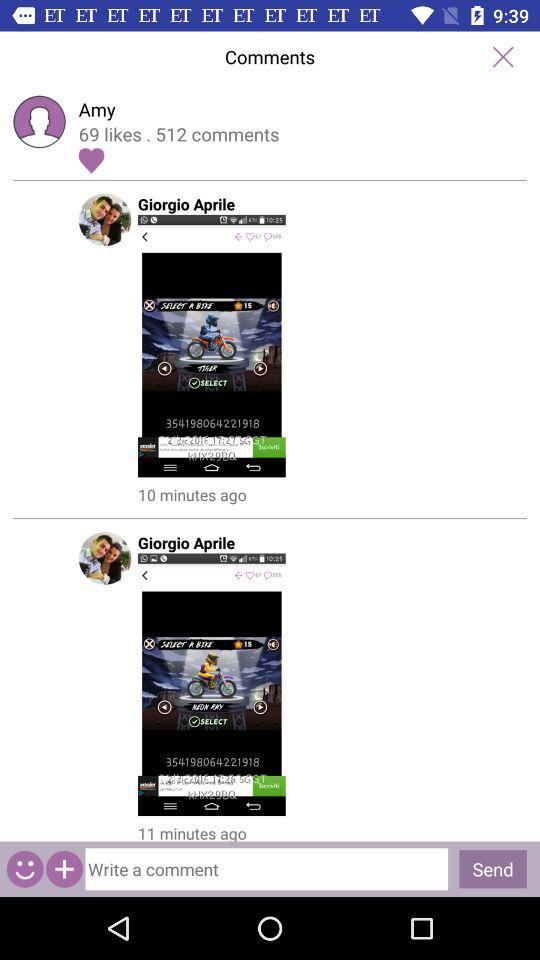 The width and height of the screenshot is (540, 960). What do you see at coordinates (24, 868) in the screenshot?
I see `emaji` at bounding box center [24, 868].